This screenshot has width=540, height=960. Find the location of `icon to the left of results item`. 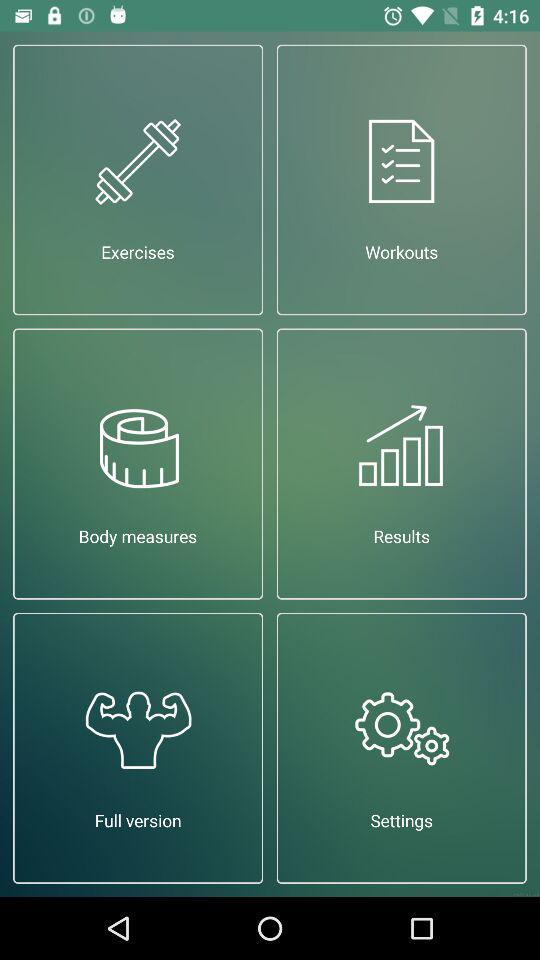

icon to the left of results item is located at coordinates (137, 464).